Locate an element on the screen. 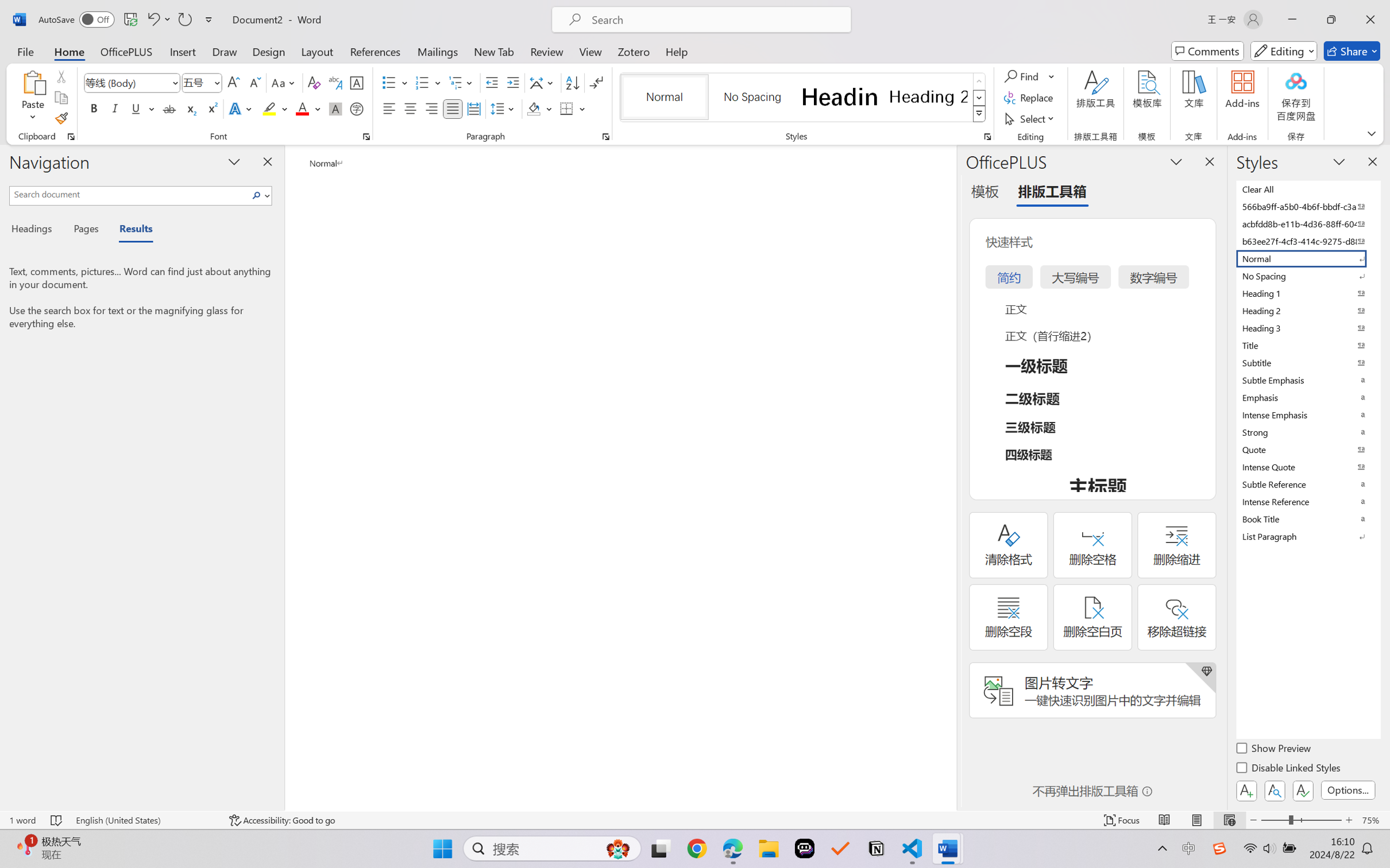 The width and height of the screenshot is (1390, 868). 'Row up' is located at coordinates (978, 81).